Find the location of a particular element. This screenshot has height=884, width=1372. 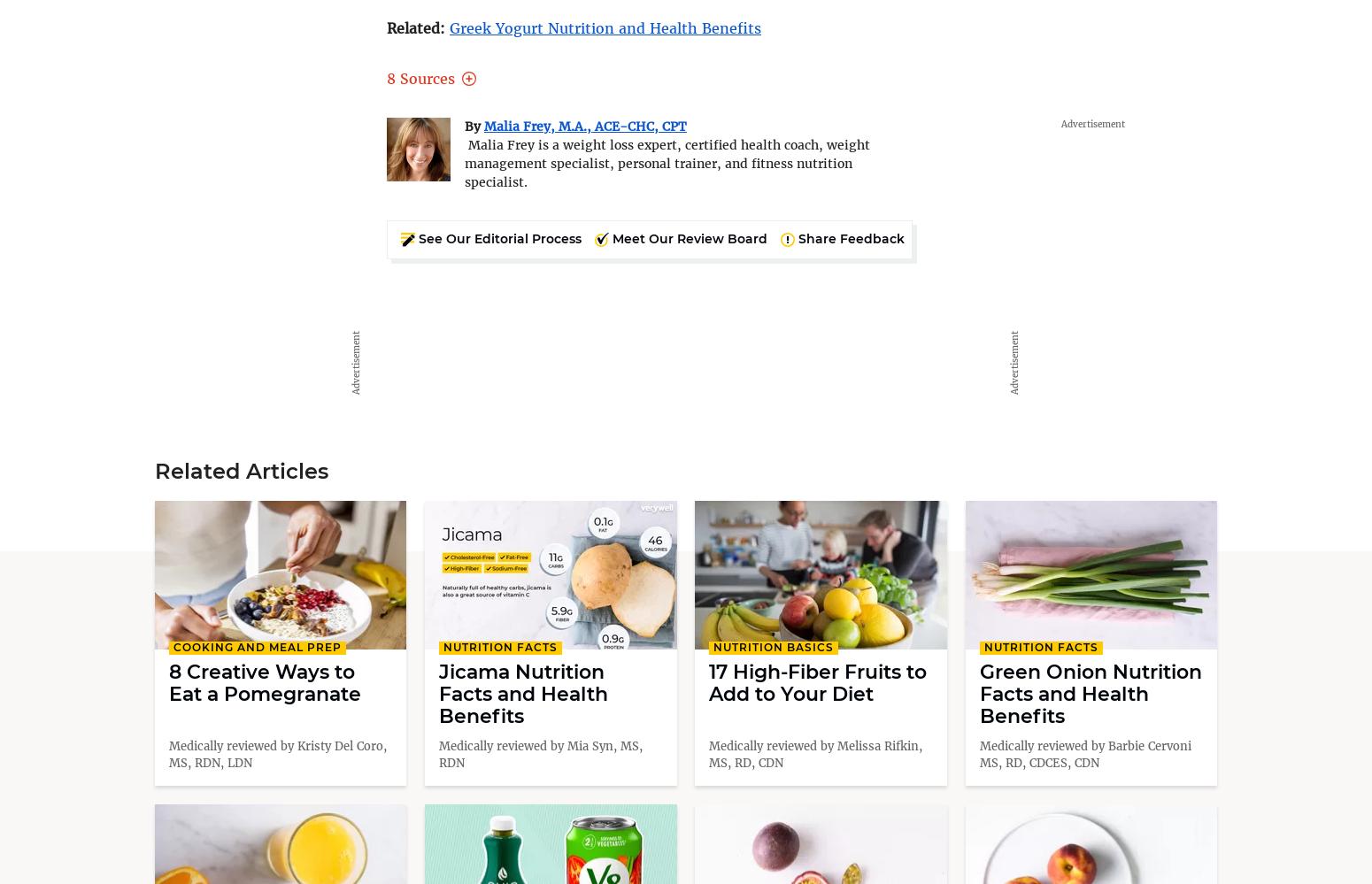

'Greek Yogurt Nutrition and Health Benefits' is located at coordinates (605, 27).